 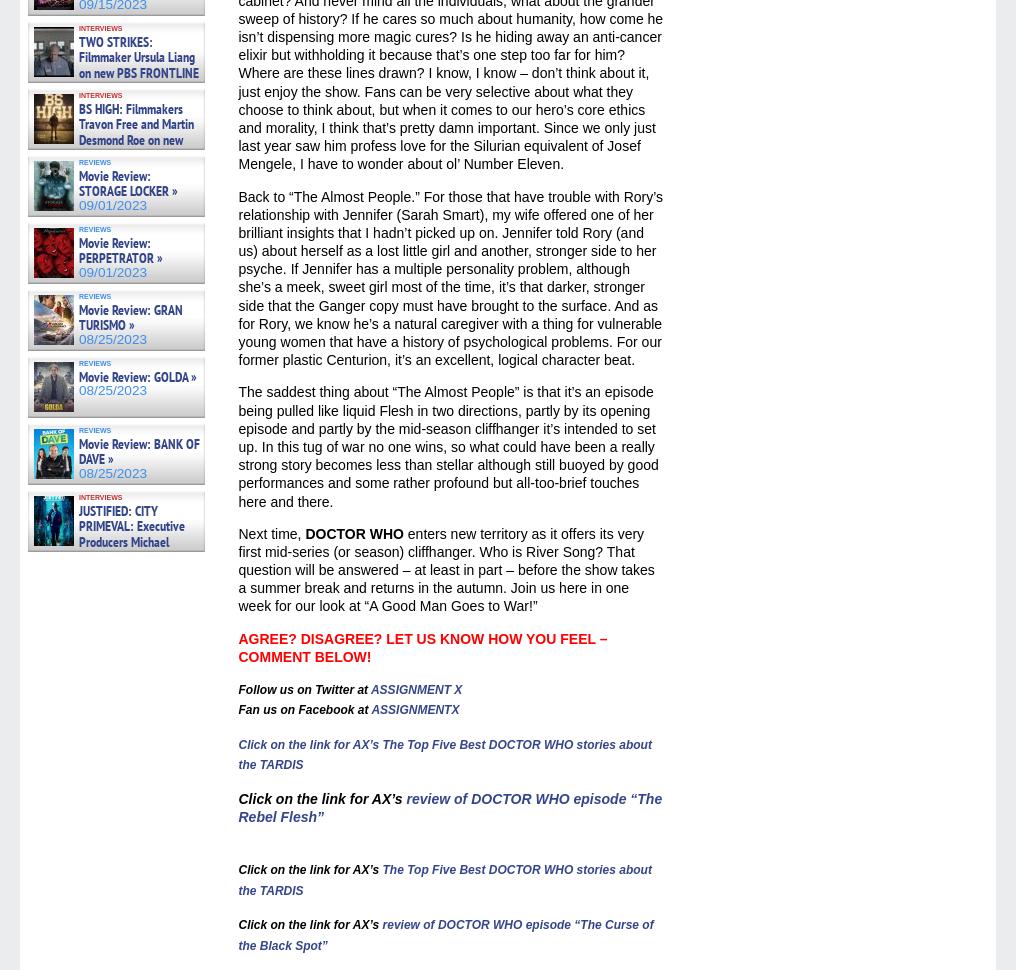 I want to click on 'Movie Review: PERPETRATOR »', so click(x=121, y=248).